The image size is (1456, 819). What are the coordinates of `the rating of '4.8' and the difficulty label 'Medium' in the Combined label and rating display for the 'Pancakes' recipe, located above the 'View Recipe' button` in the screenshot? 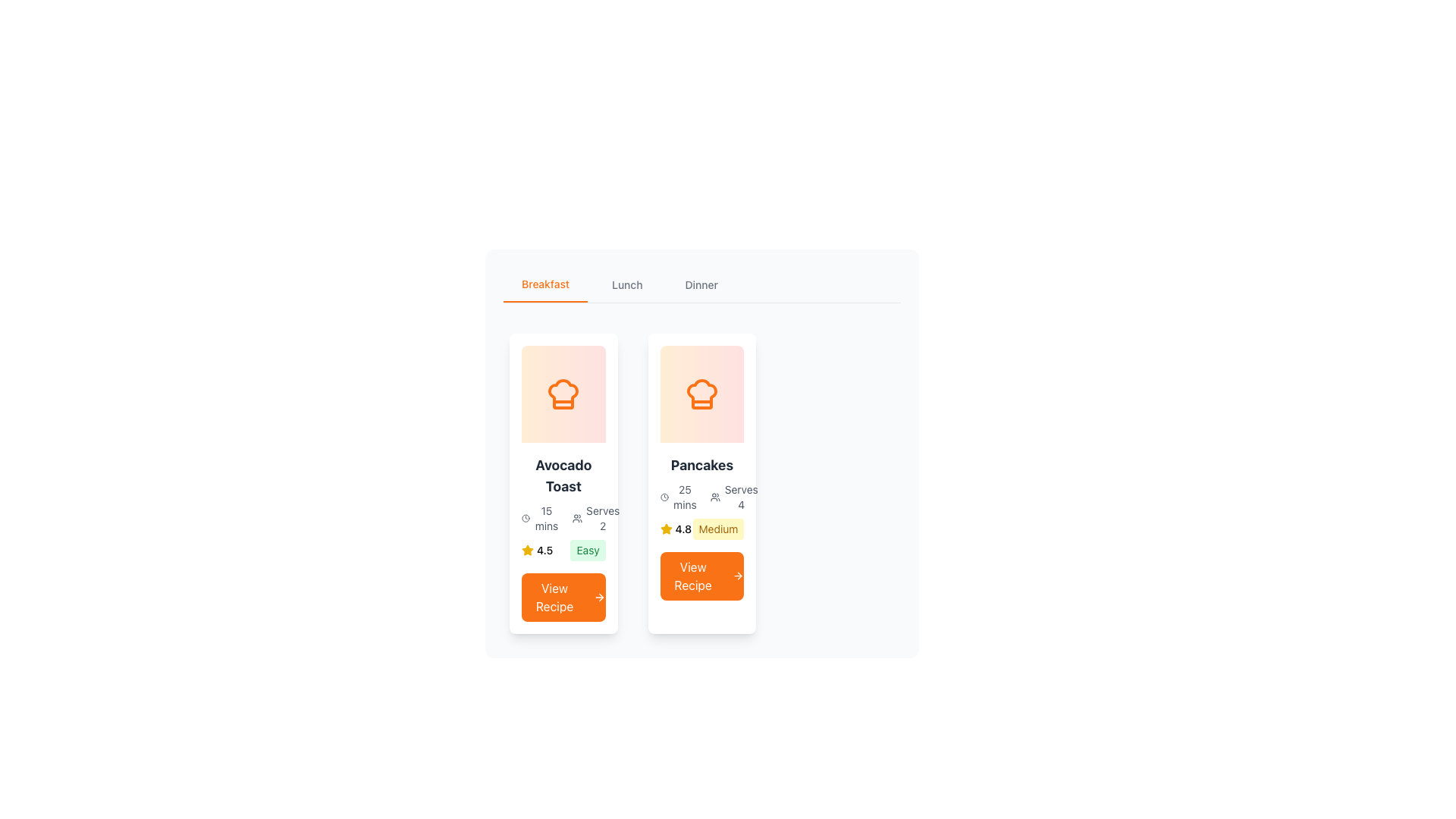 It's located at (701, 529).